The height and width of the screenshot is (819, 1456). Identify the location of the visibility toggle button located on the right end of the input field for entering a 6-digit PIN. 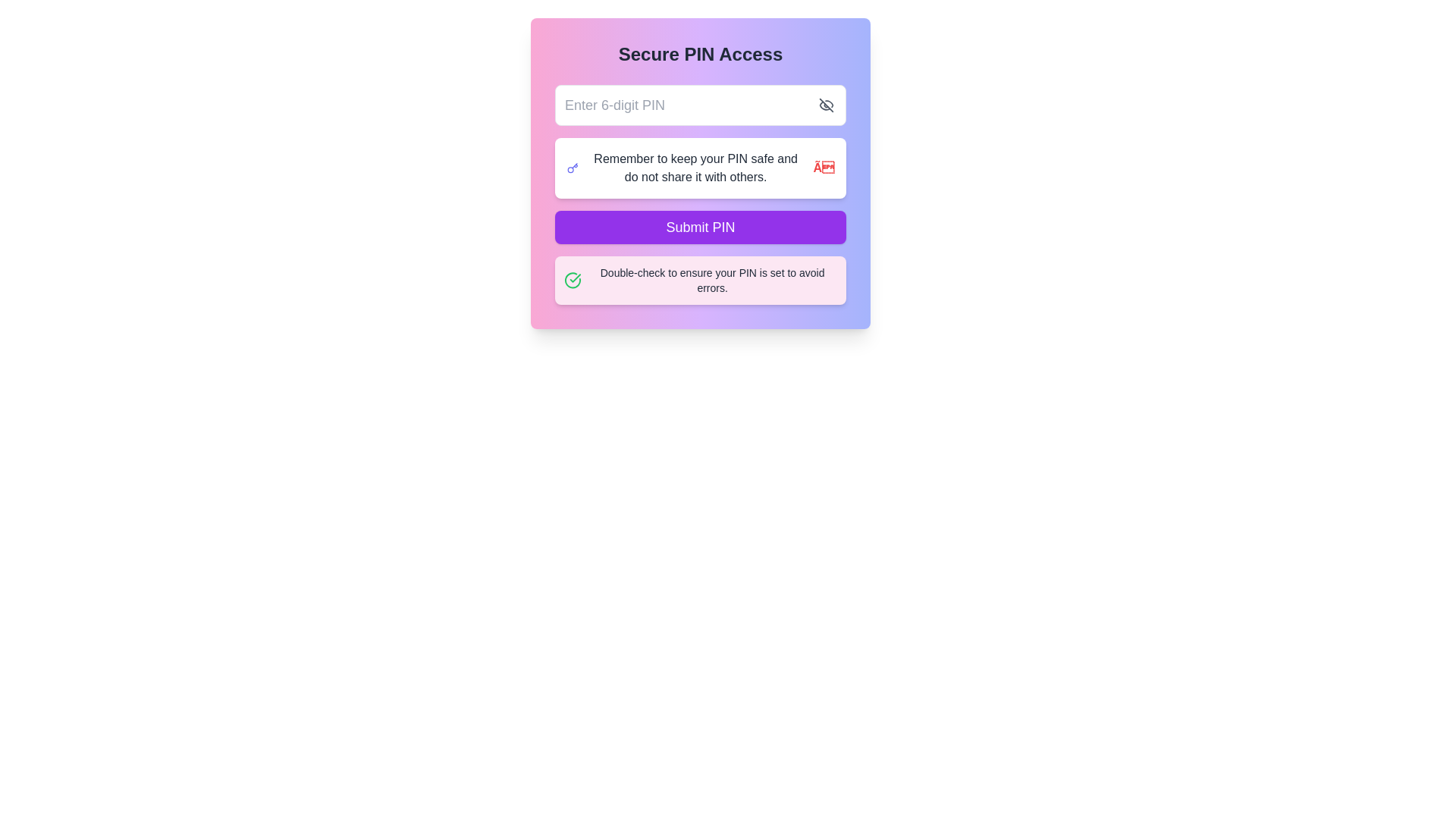
(825, 104).